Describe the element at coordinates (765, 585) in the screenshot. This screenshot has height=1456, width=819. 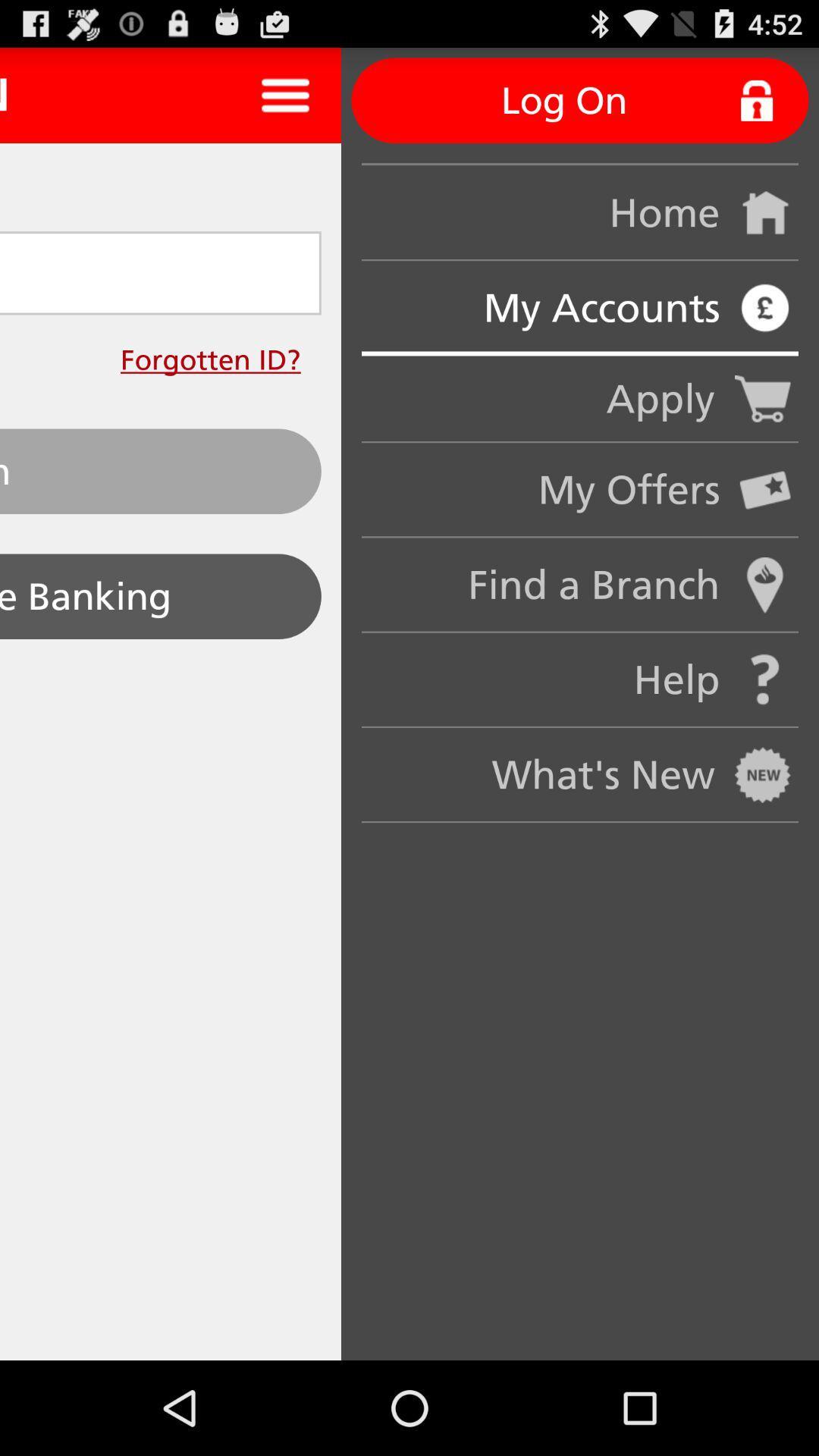
I see `the find a branch` at that location.